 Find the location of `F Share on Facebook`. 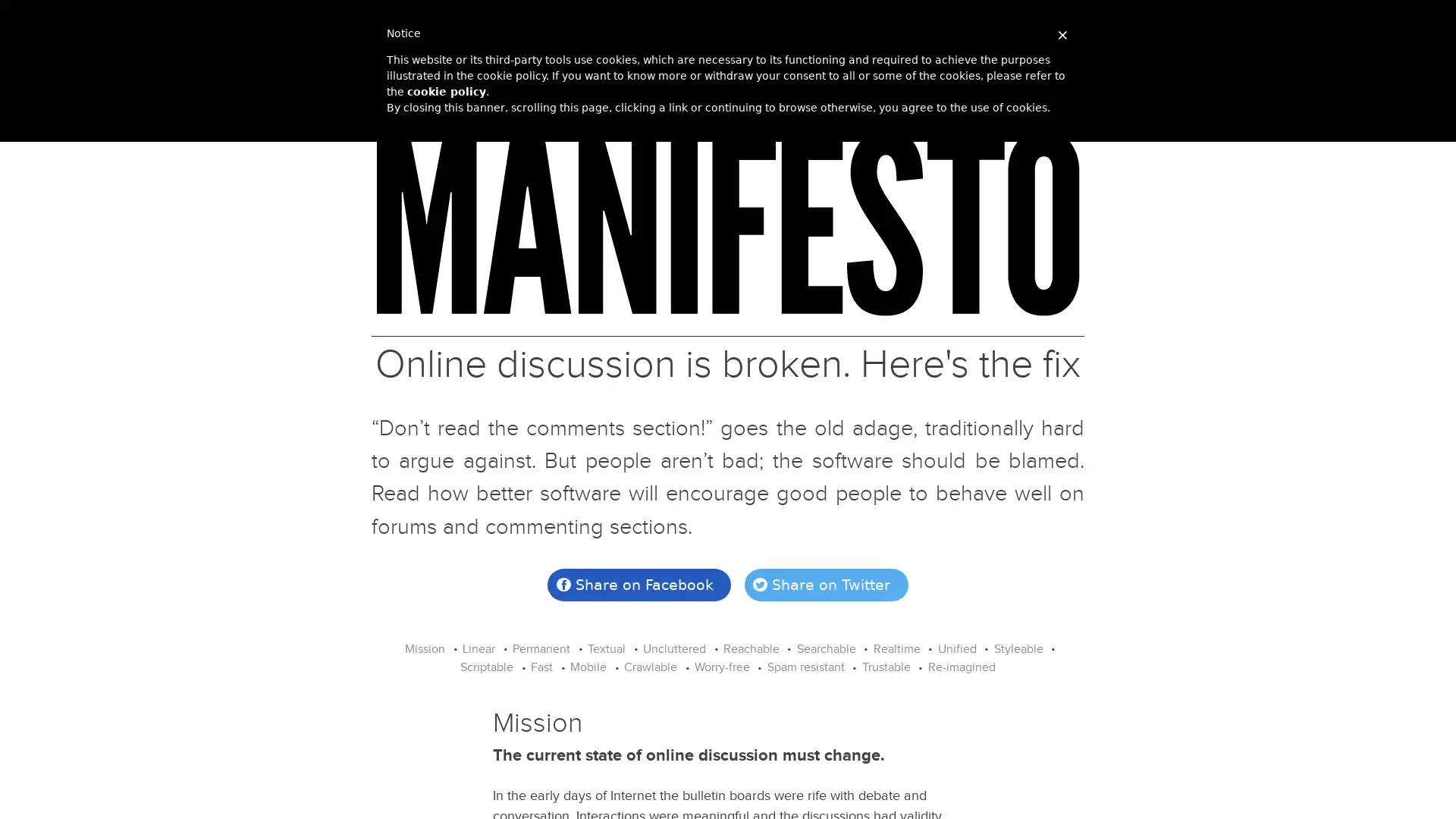

F Share on Facebook is located at coordinates (639, 584).